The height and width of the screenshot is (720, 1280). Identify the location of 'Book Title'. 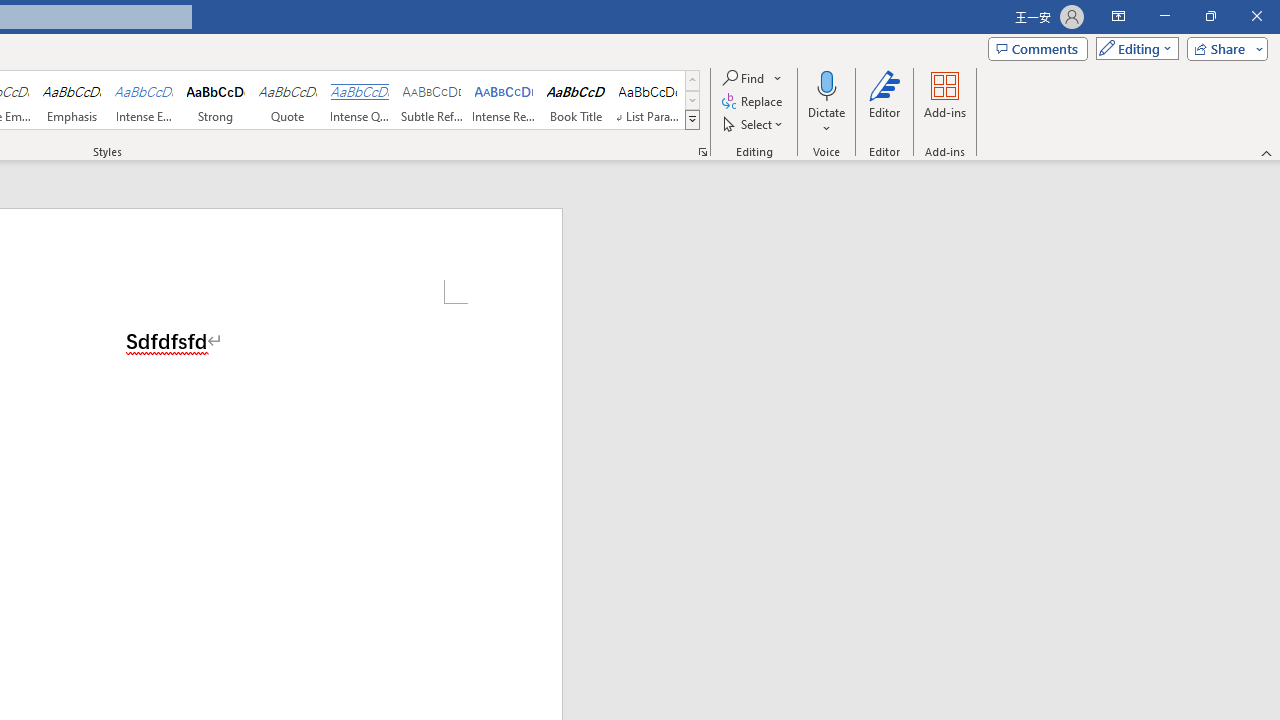
(575, 100).